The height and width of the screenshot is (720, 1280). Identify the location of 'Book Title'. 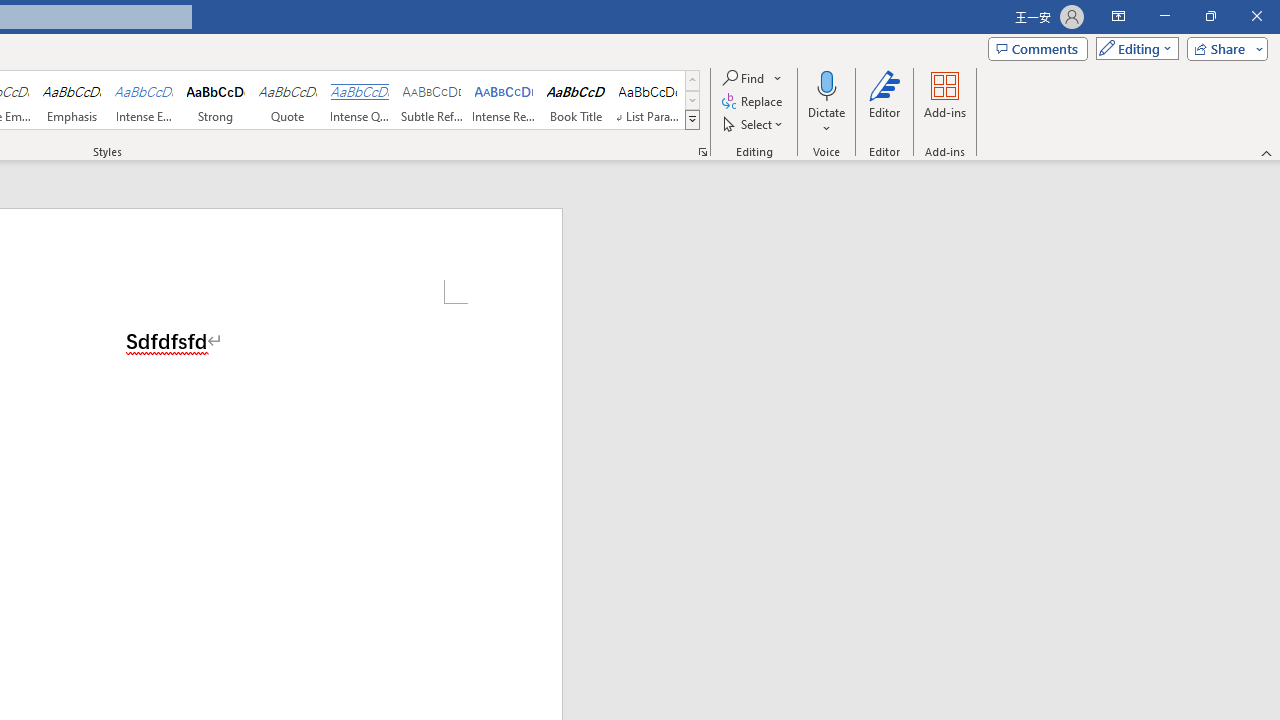
(575, 100).